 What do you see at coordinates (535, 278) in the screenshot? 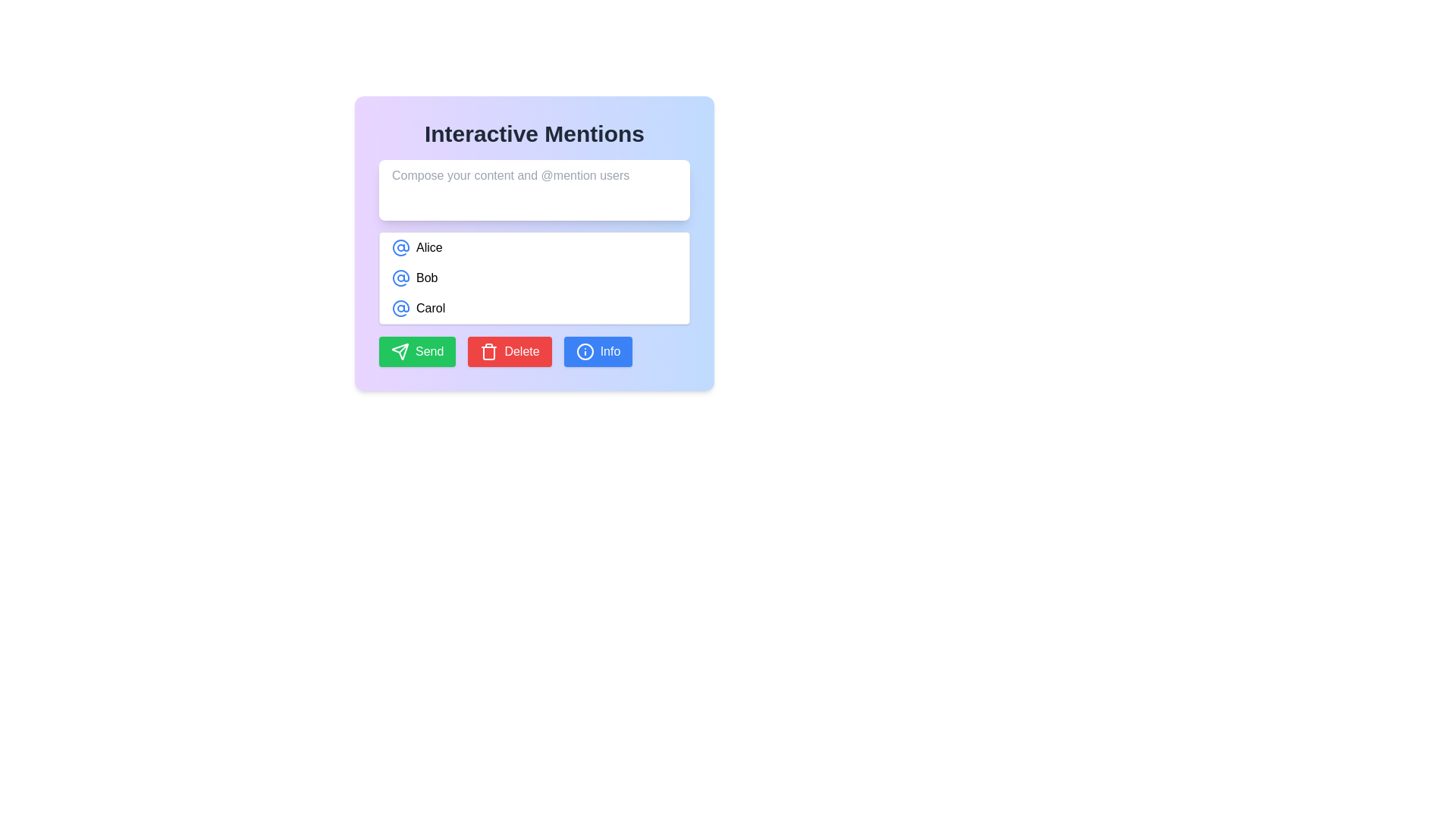
I see `the second option 'Bob' in the dropdown list` at bounding box center [535, 278].